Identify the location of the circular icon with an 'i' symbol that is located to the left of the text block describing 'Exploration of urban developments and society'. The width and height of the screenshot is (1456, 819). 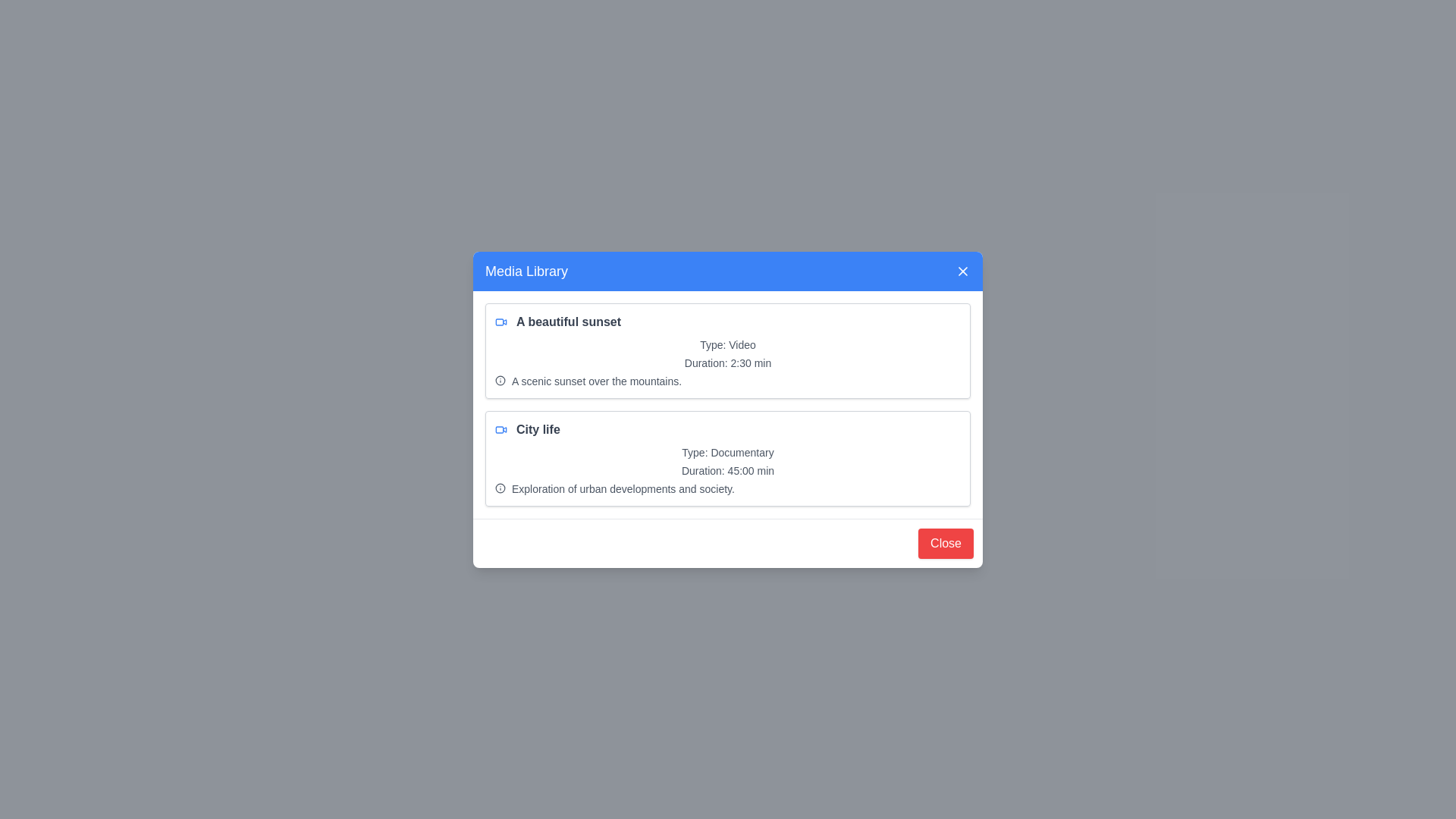
(500, 488).